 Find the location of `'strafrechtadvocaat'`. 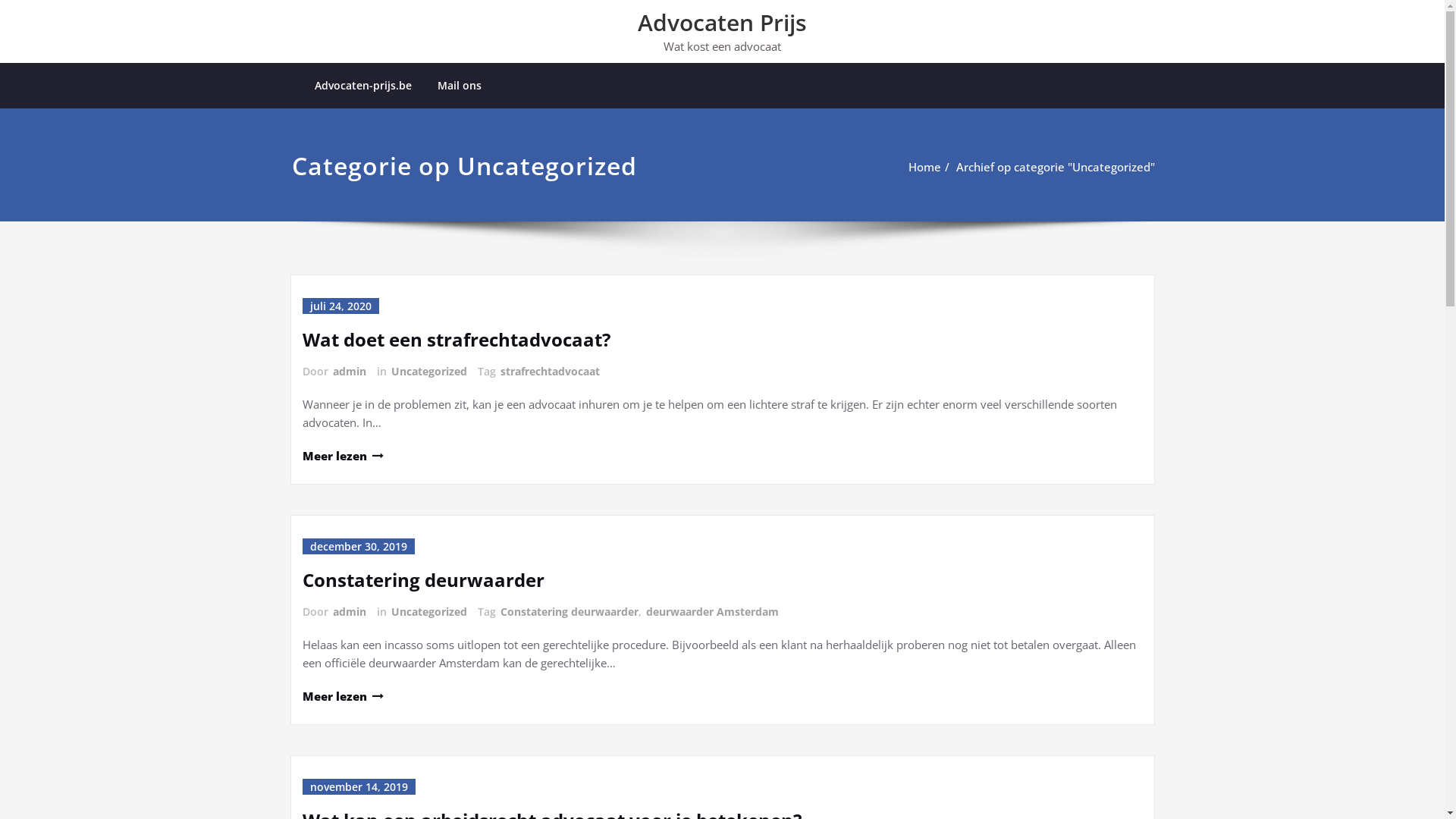

'strafrechtadvocaat' is located at coordinates (548, 371).